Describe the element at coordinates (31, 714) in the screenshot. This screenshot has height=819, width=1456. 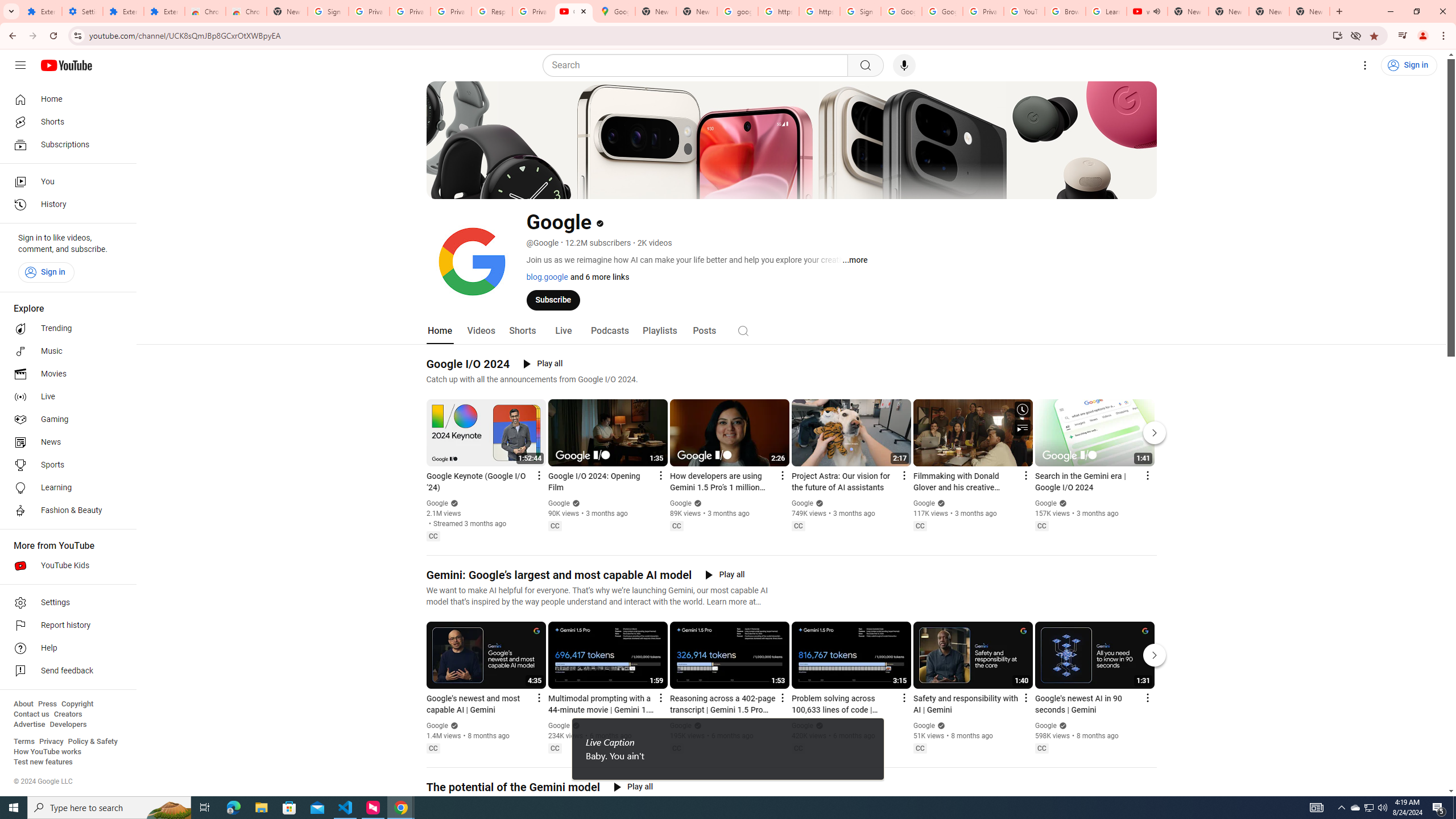
I see `'Contact us'` at that location.